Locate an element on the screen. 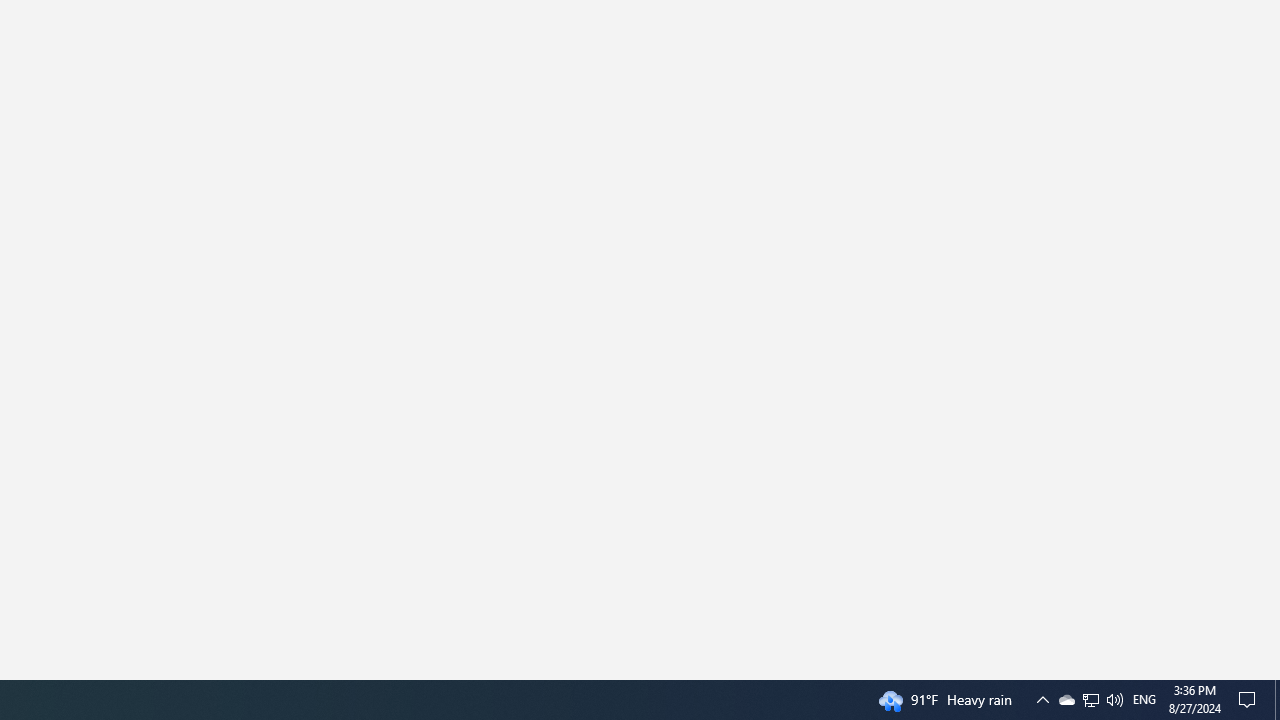 The height and width of the screenshot is (720, 1280). 'Q2790: 100%' is located at coordinates (1144, 698).